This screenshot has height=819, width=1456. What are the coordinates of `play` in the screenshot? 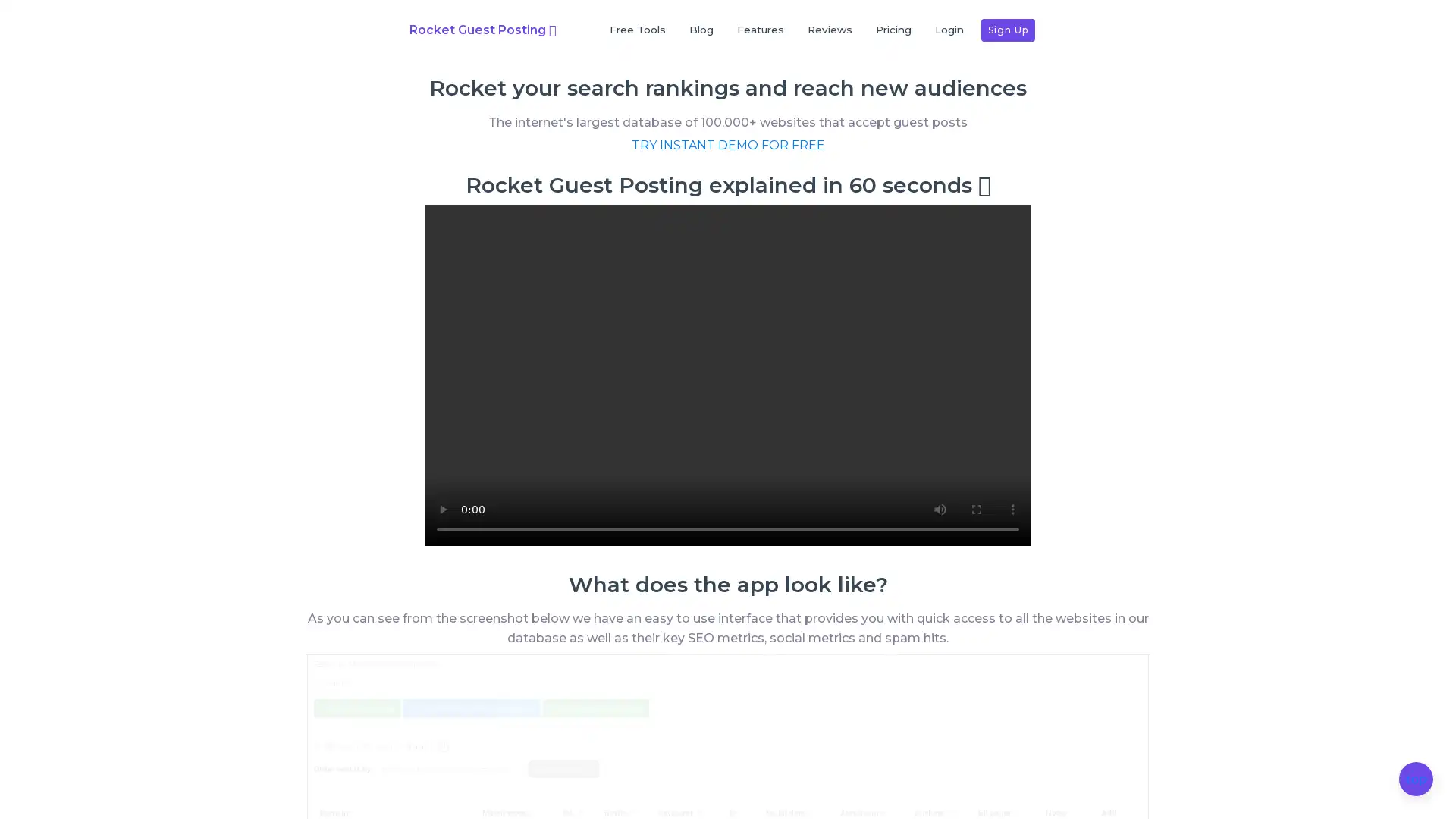 It's located at (442, 547).